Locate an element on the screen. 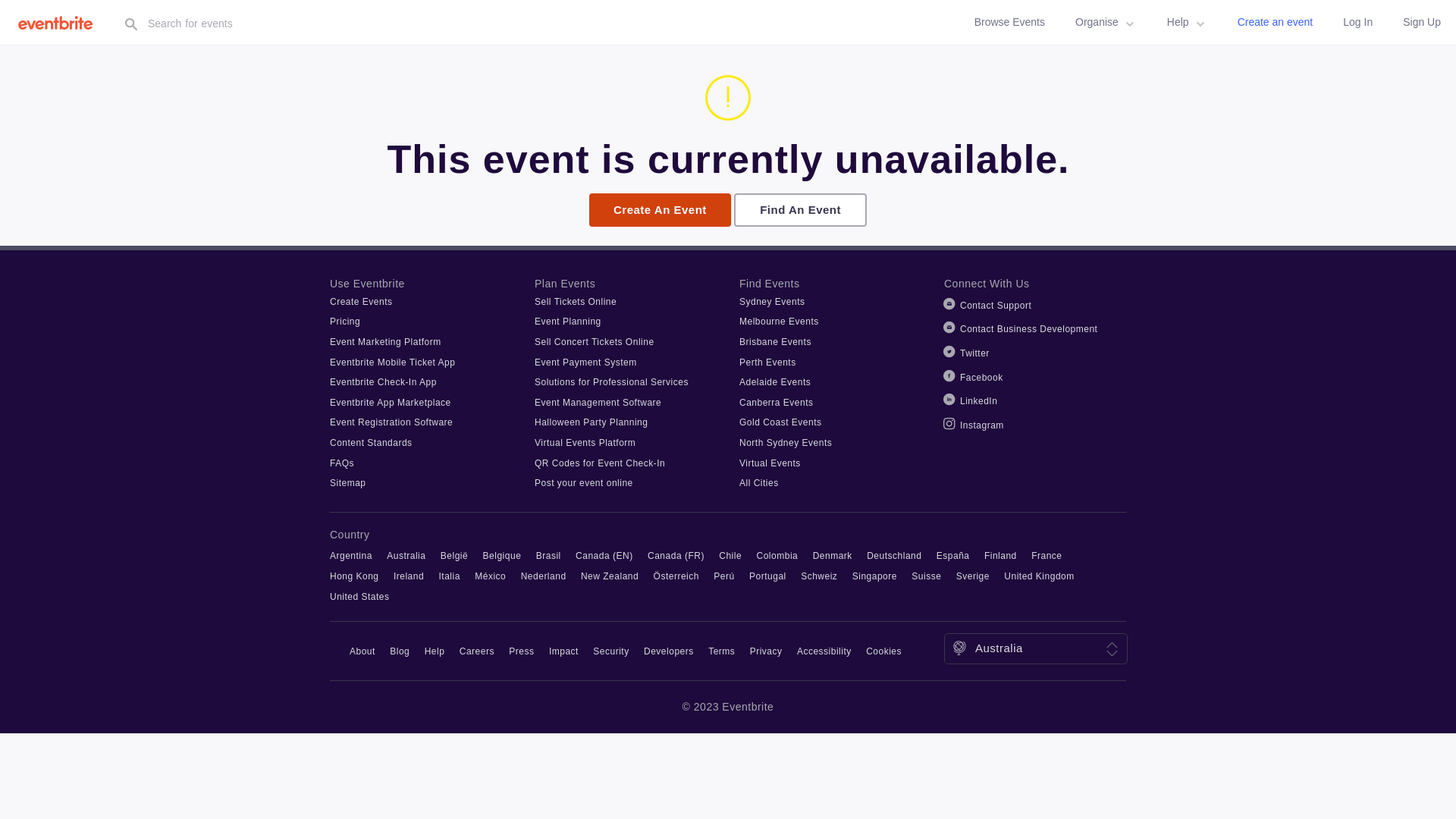  'Perth Events' is located at coordinates (739, 362).